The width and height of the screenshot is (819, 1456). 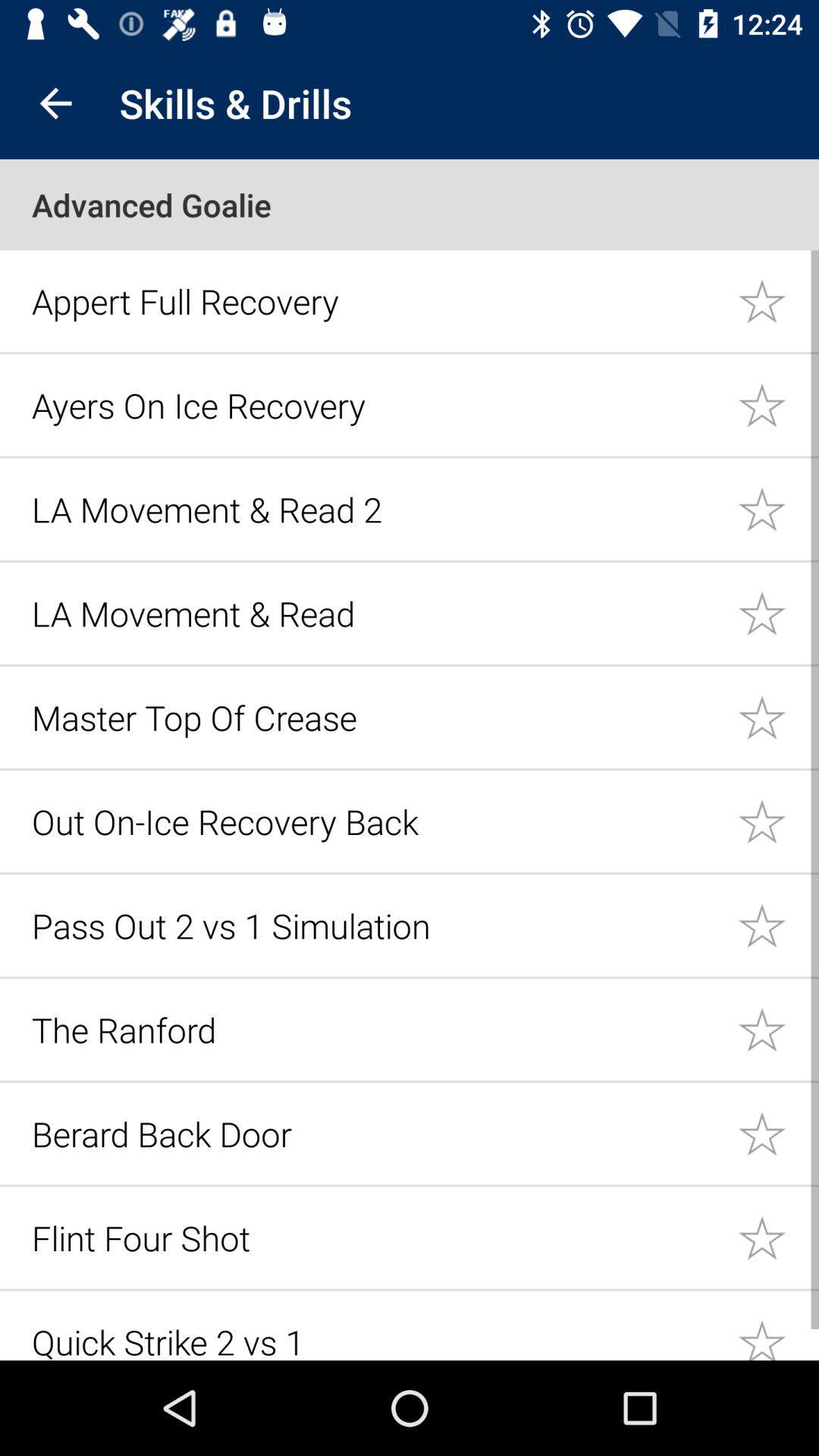 I want to click on the item next to skills & drills item, so click(x=55, y=102).